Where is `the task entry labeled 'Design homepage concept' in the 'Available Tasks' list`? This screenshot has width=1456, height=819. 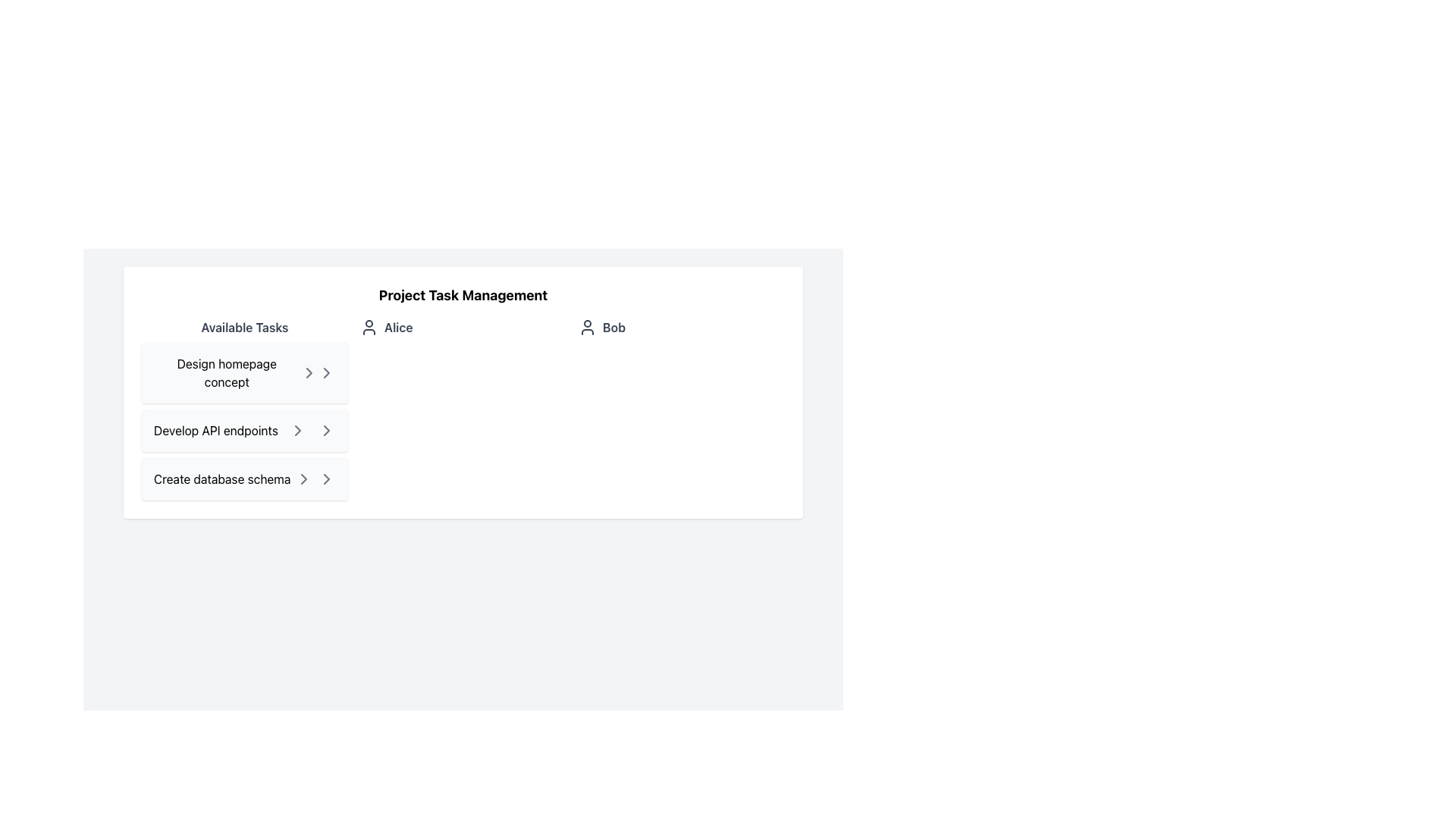
the task entry labeled 'Design homepage concept' in the 'Available Tasks' list is located at coordinates (244, 373).